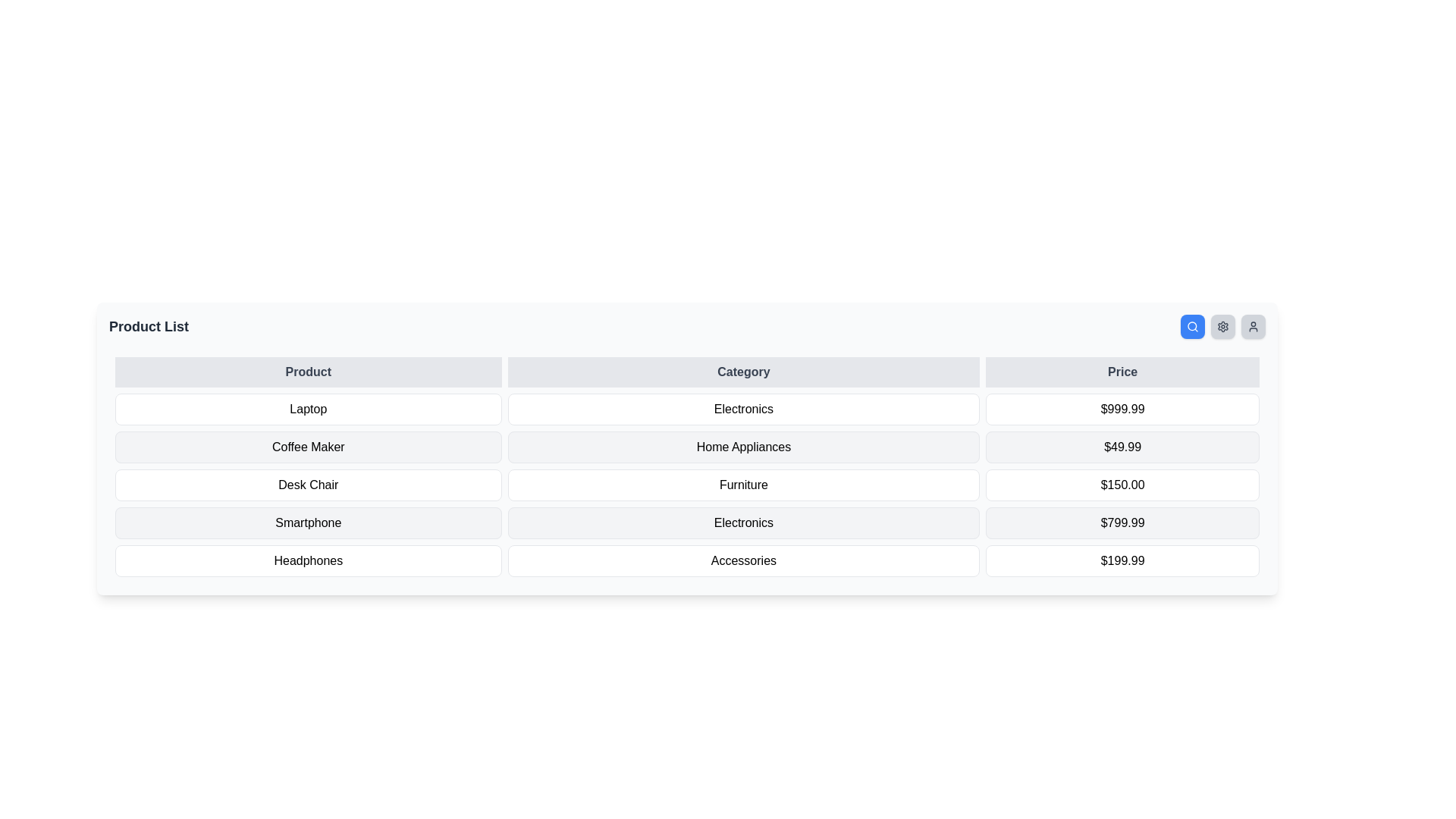  What do you see at coordinates (686, 561) in the screenshot?
I see `the last row of the product listing table that contains information about 'Headphones', categorized as 'Accessories' with a price of '$199.99'` at bounding box center [686, 561].